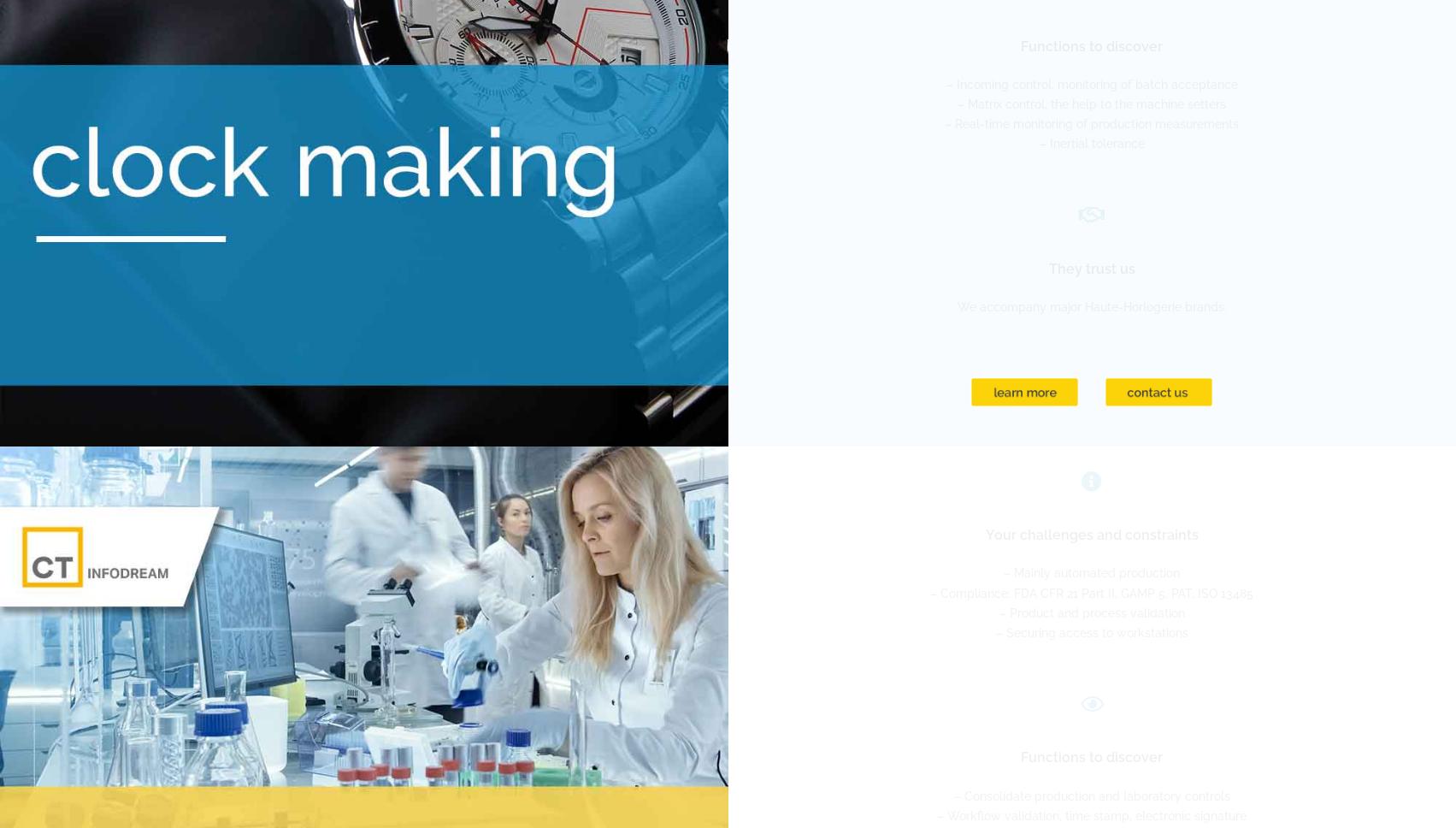 Image resolution: width=1456 pixels, height=828 pixels. I want to click on '– Matrix control, the help to the machine setters', so click(1091, 103).